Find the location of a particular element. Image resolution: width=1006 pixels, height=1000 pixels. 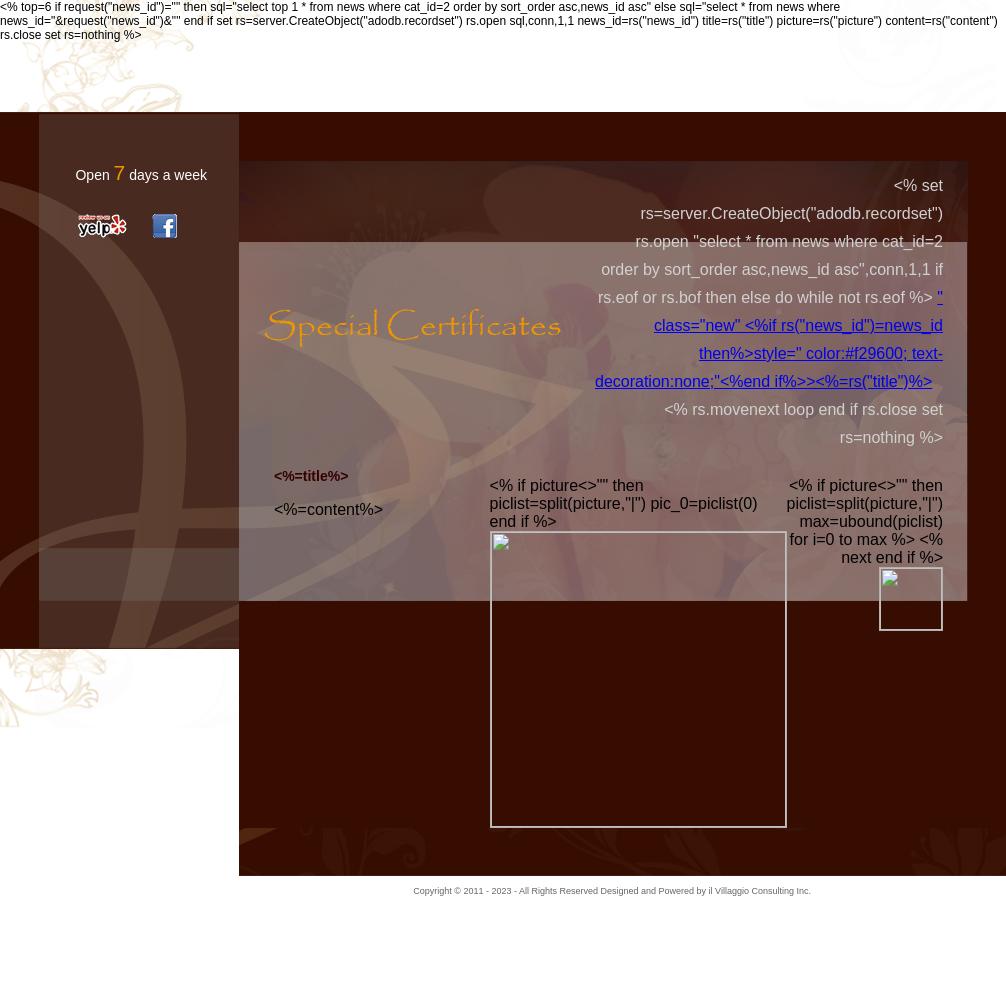

'<%
						  if picture<>"" then
						   piclist=split(picture,"|")
						   max=ubound(piclist)
						   for i=0 to max
						  %>
                            
                          <%
						    next
						  end if
						  %>' is located at coordinates (863, 521).